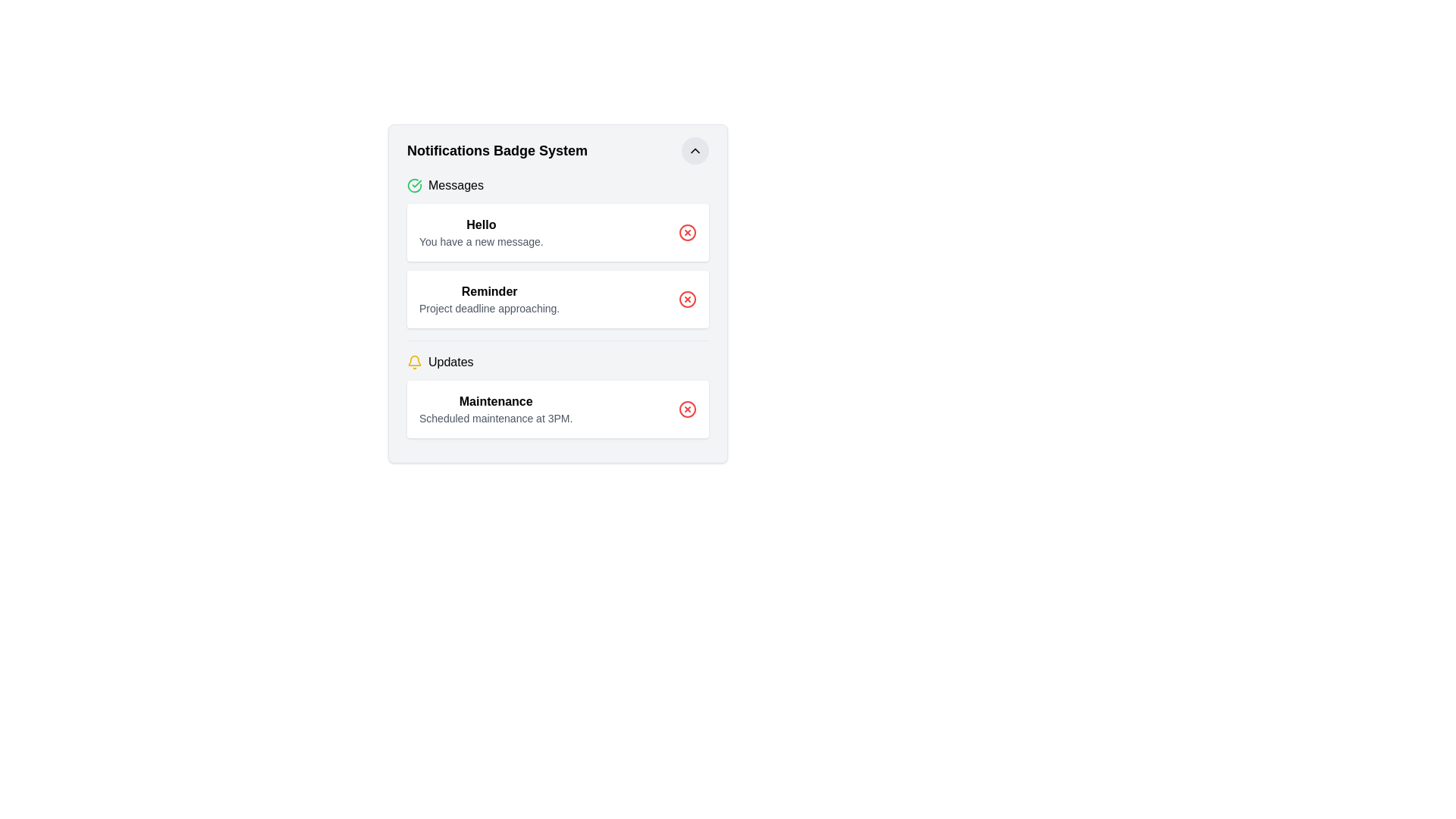 This screenshot has width=1456, height=819. What do you see at coordinates (496, 409) in the screenshot?
I see `notification text displayed in the TextBlock titled 'Maintenance' with details about 'Scheduled maintenance at 3PM.'` at bounding box center [496, 409].